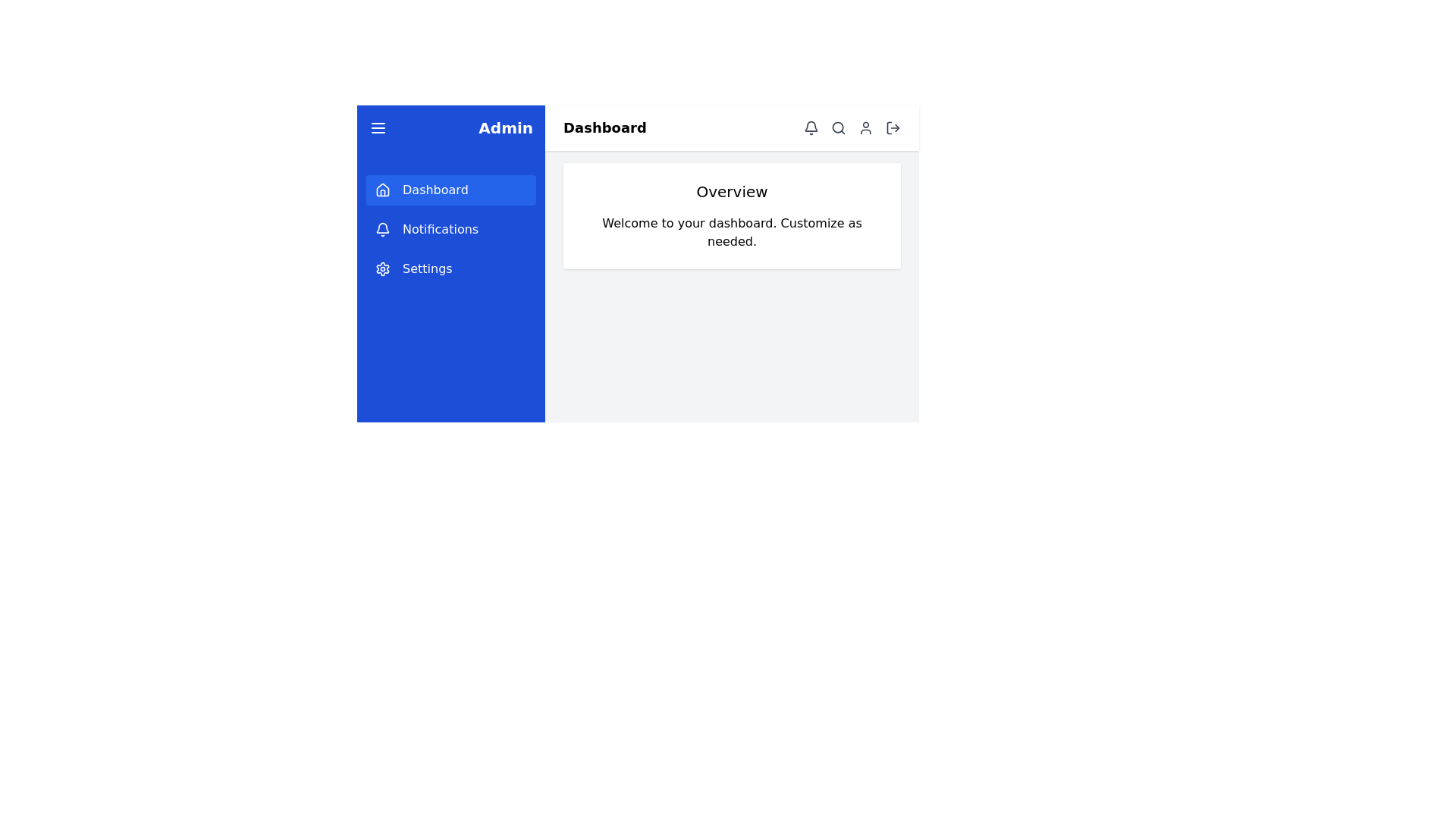  I want to click on the blue 'Dashboard' button containing the house icon, so click(382, 189).